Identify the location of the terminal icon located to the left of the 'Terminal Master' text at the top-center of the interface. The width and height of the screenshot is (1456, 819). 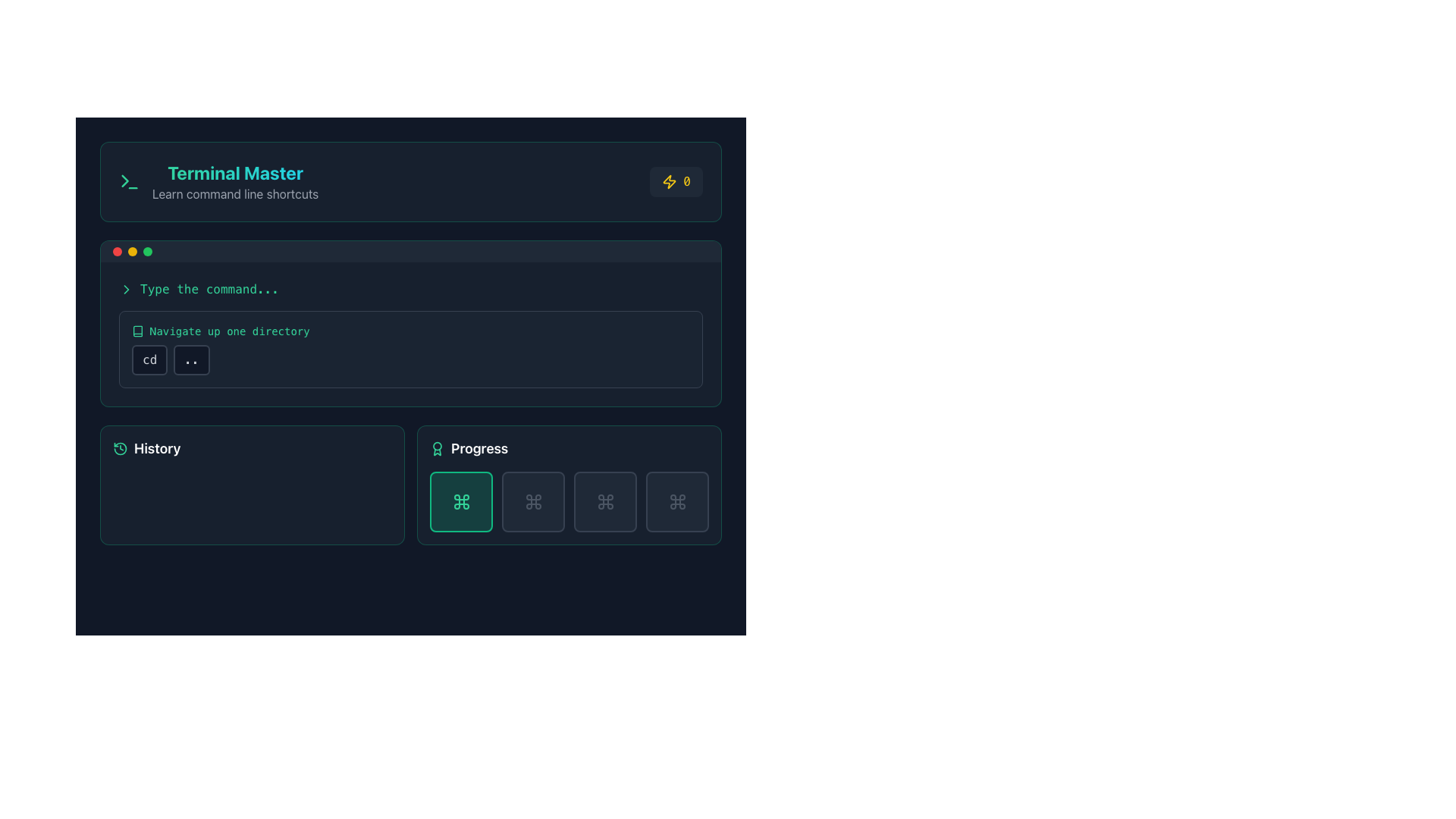
(130, 180).